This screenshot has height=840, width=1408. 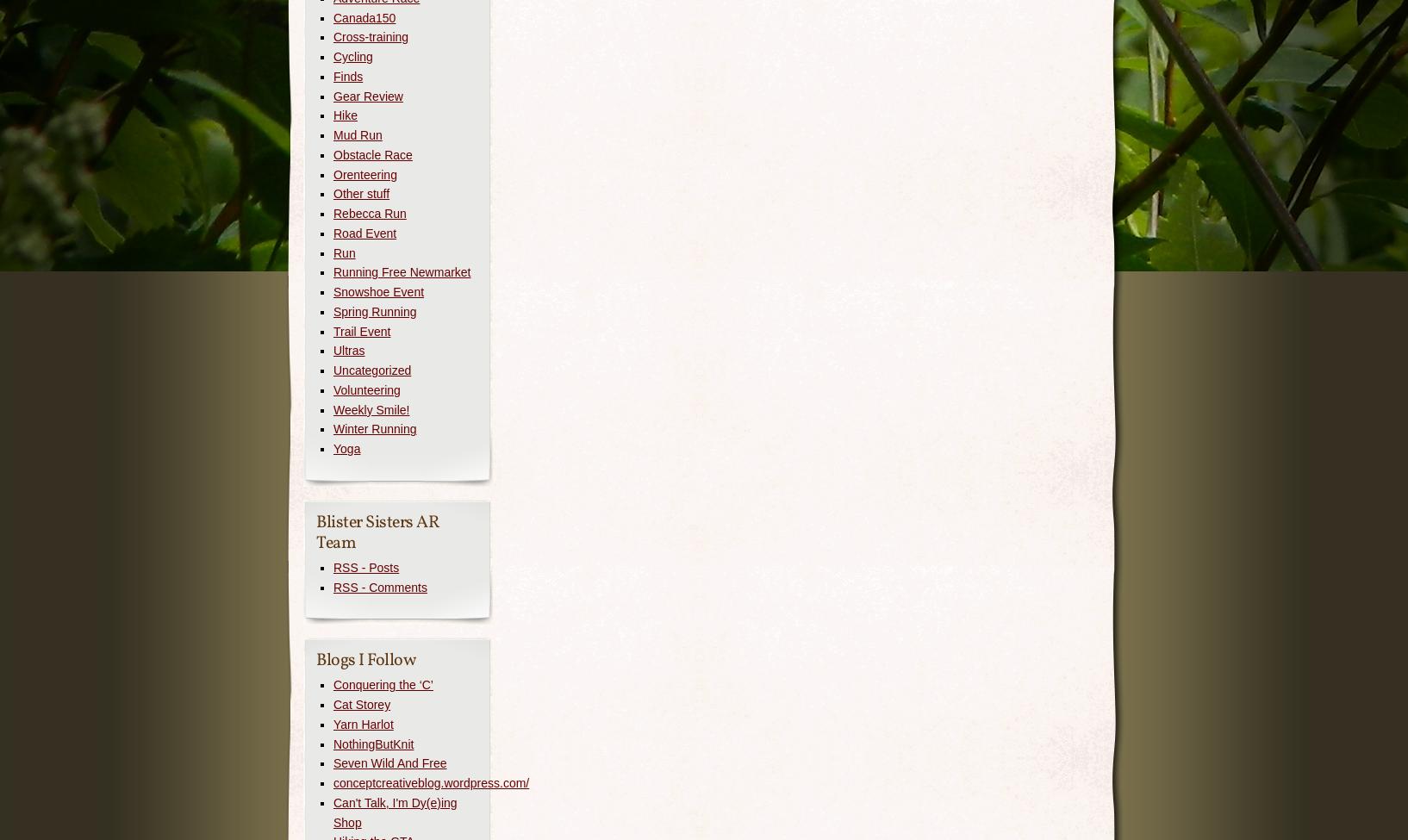 What do you see at coordinates (378, 291) in the screenshot?
I see `'Snowshoe Event'` at bounding box center [378, 291].